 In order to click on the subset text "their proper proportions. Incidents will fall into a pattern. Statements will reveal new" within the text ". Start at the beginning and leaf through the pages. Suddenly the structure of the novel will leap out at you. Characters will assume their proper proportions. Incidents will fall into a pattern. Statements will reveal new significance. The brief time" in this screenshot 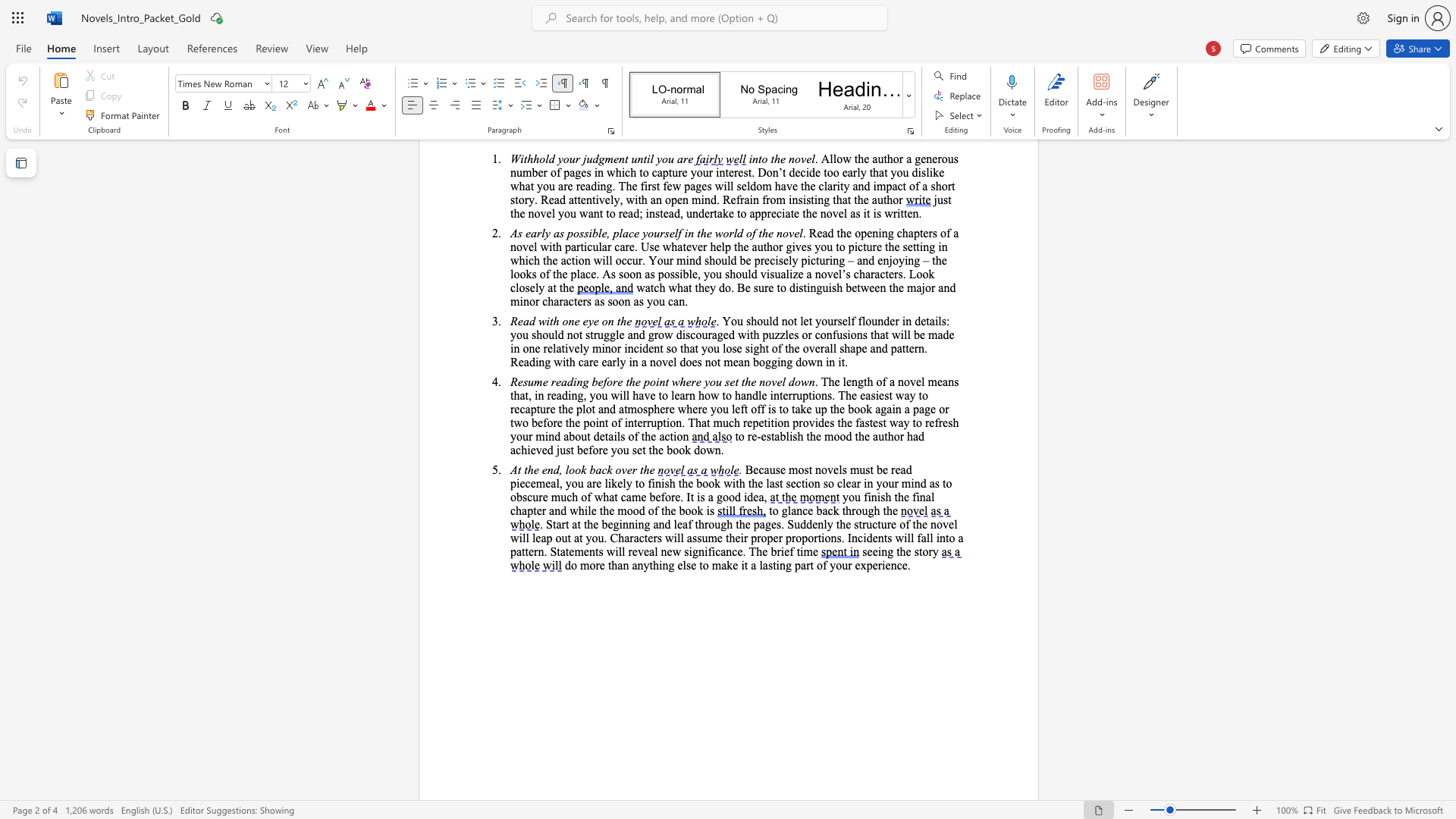, I will do `click(724, 537)`.